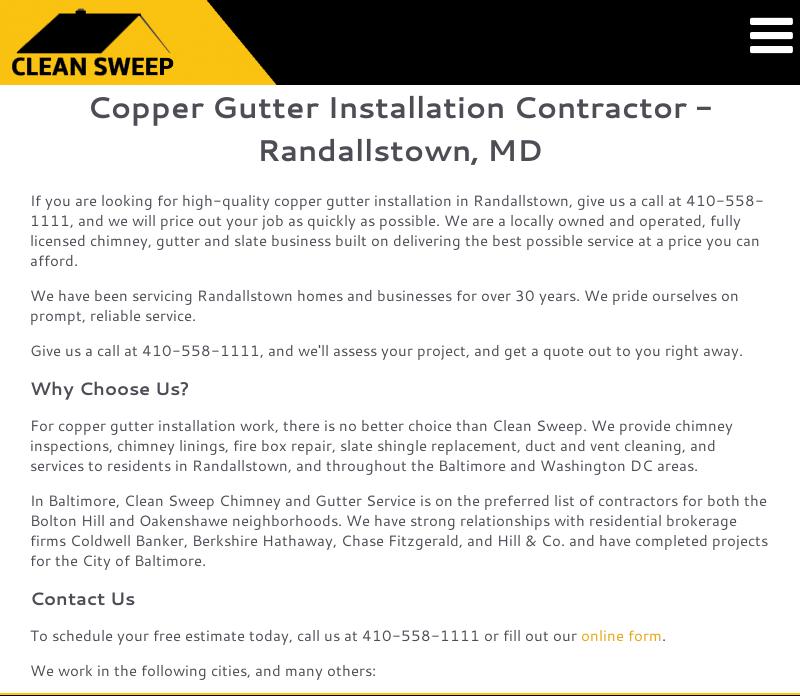  Describe the element at coordinates (385, 350) in the screenshot. I see `'Give us a call at 410-558-1111, and we'll assess your project, and get a quote out to you right away.'` at that location.